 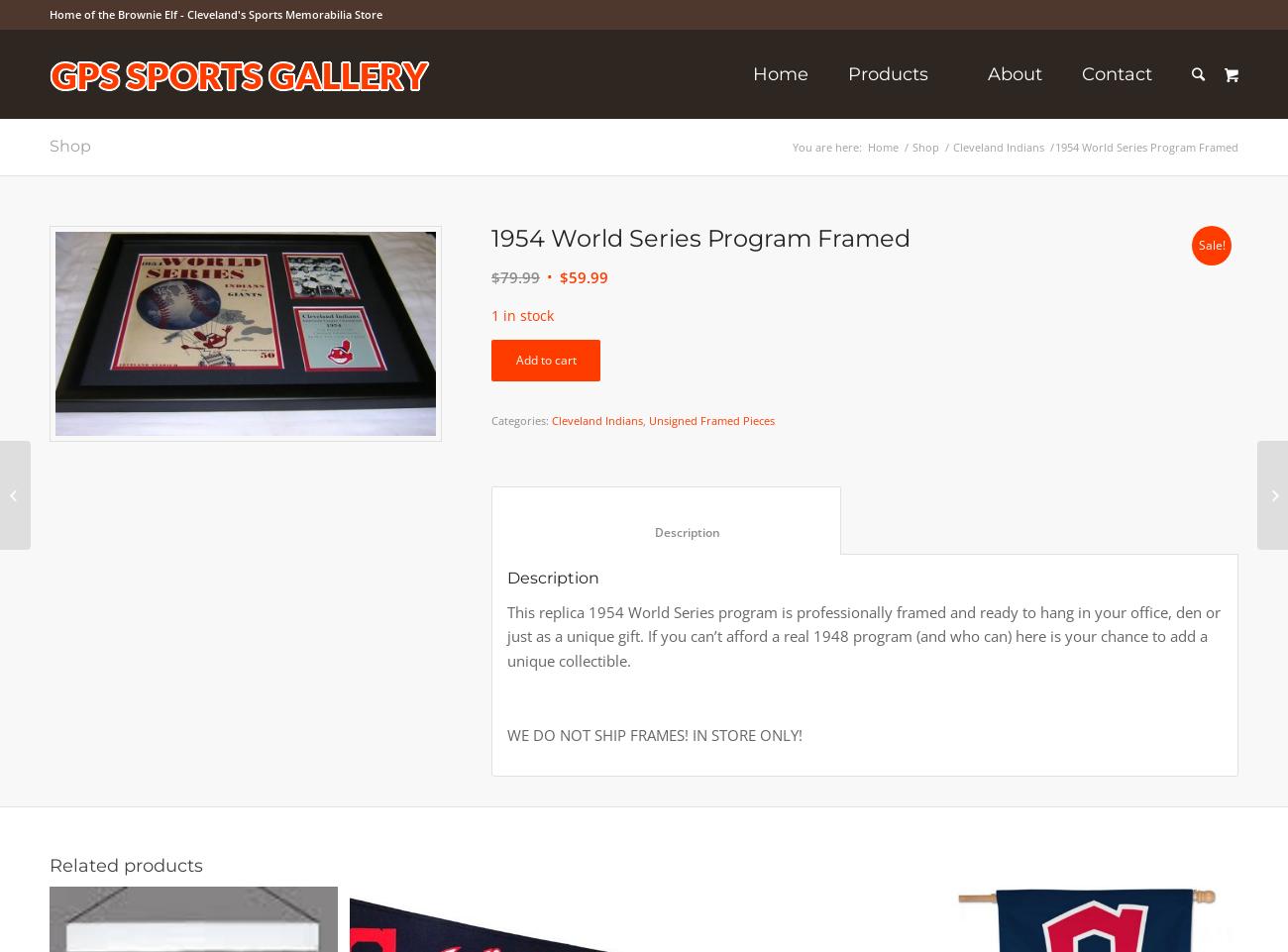 What do you see at coordinates (522, 314) in the screenshot?
I see `'1 in stock'` at bounding box center [522, 314].